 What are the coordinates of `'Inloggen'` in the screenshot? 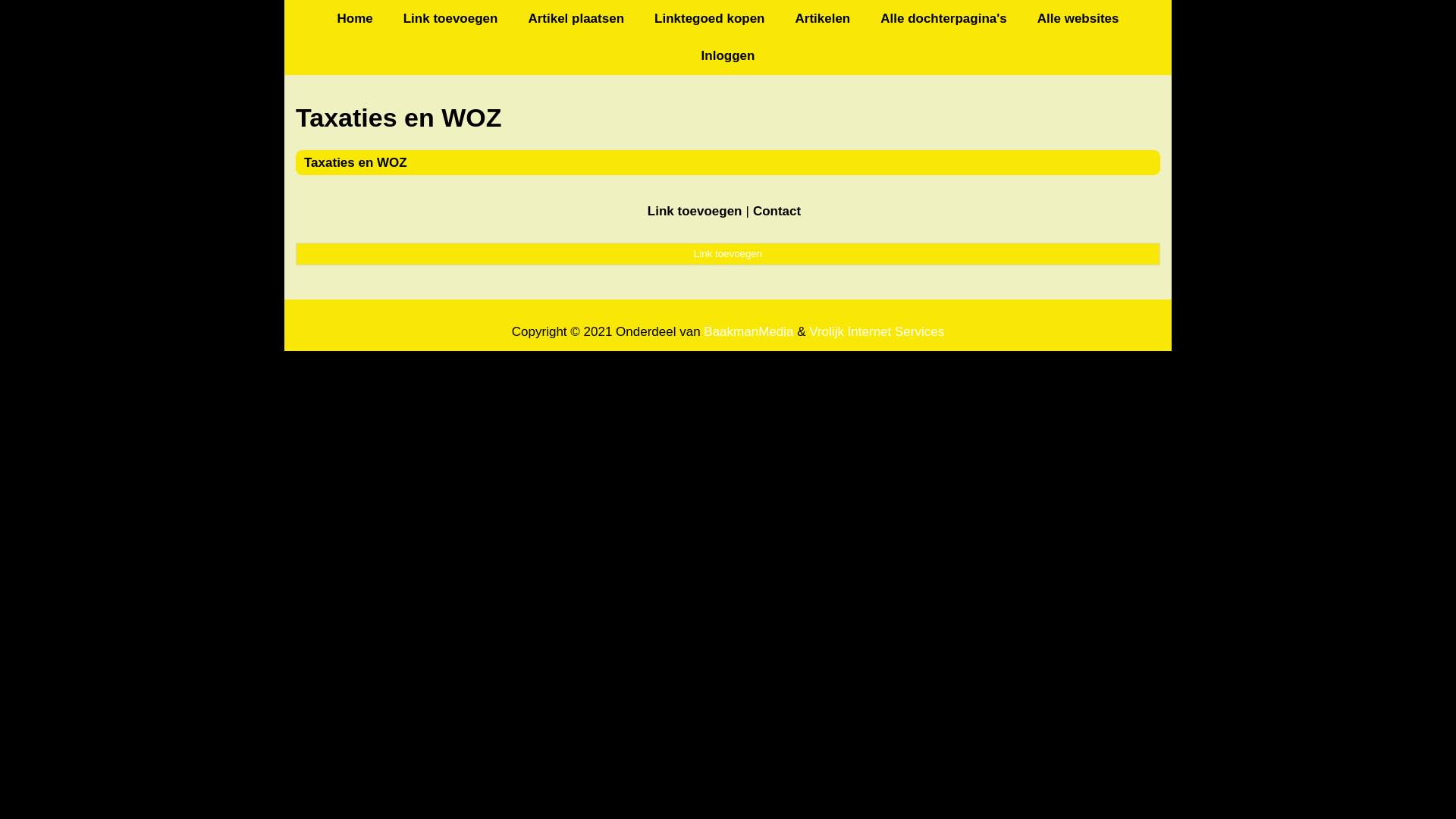 It's located at (728, 55).